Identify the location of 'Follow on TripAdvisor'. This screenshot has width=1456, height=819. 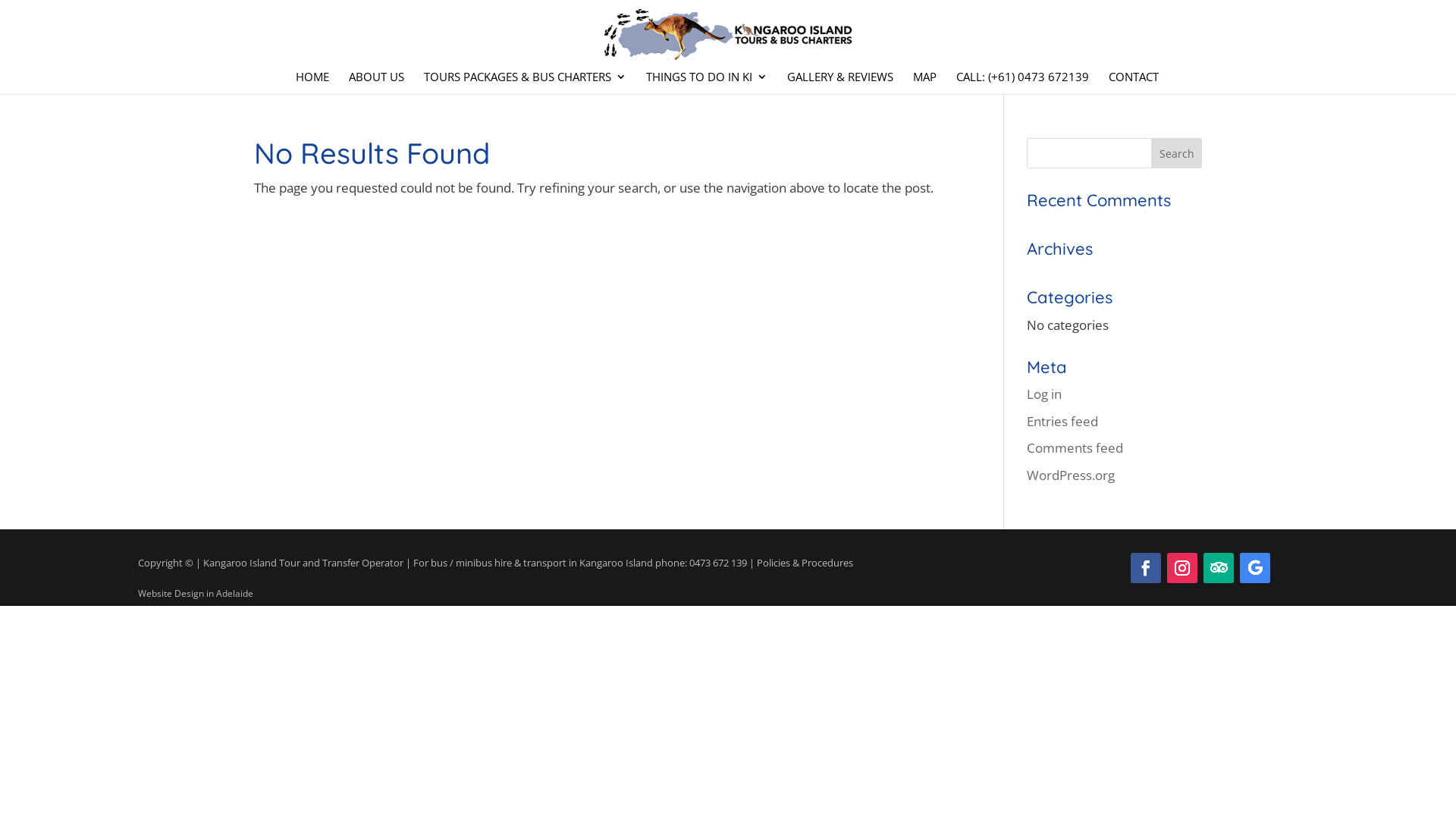
(1219, 567).